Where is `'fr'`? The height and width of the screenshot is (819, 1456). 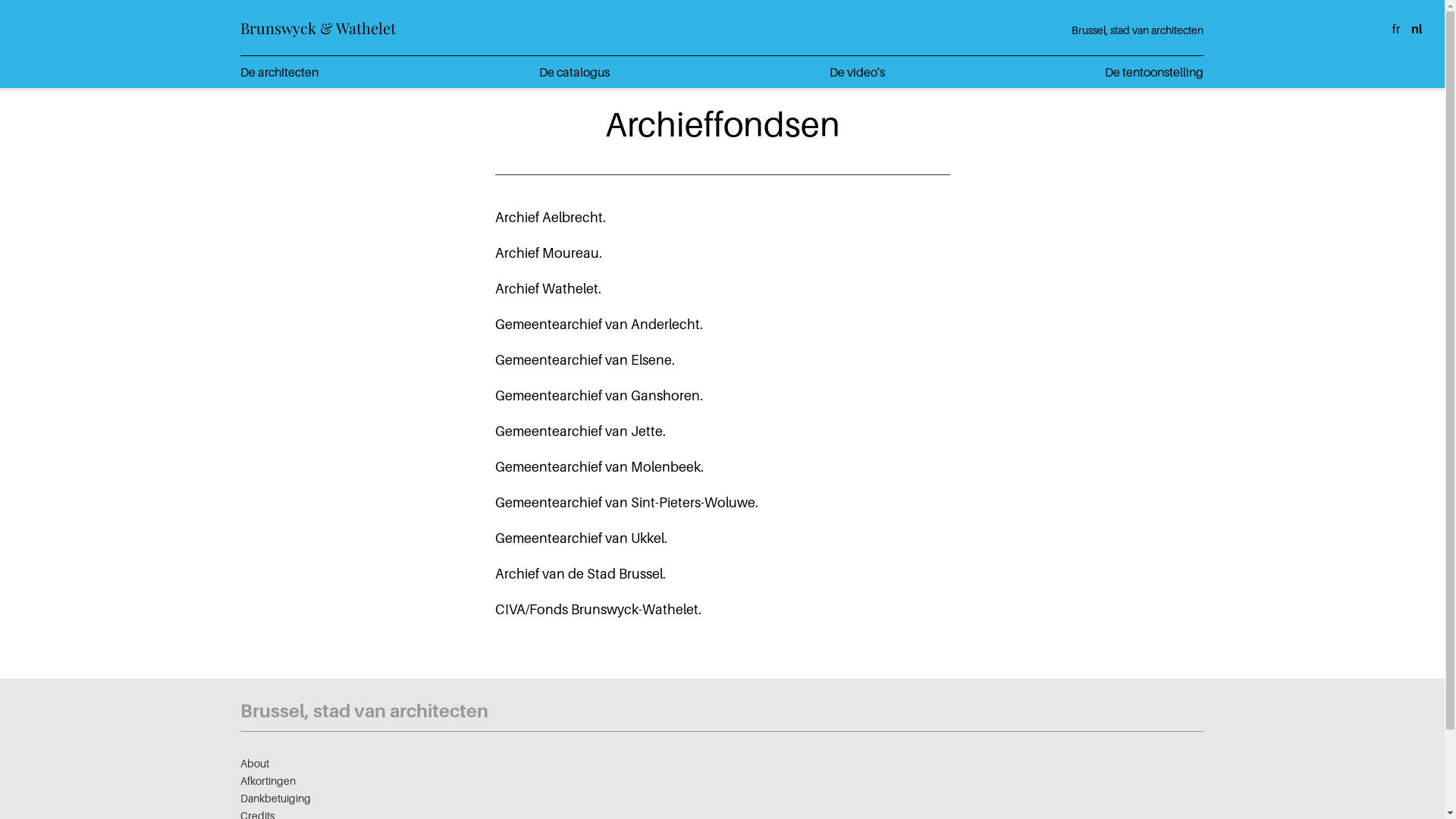 'fr' is located at coordinates (1395, 29).